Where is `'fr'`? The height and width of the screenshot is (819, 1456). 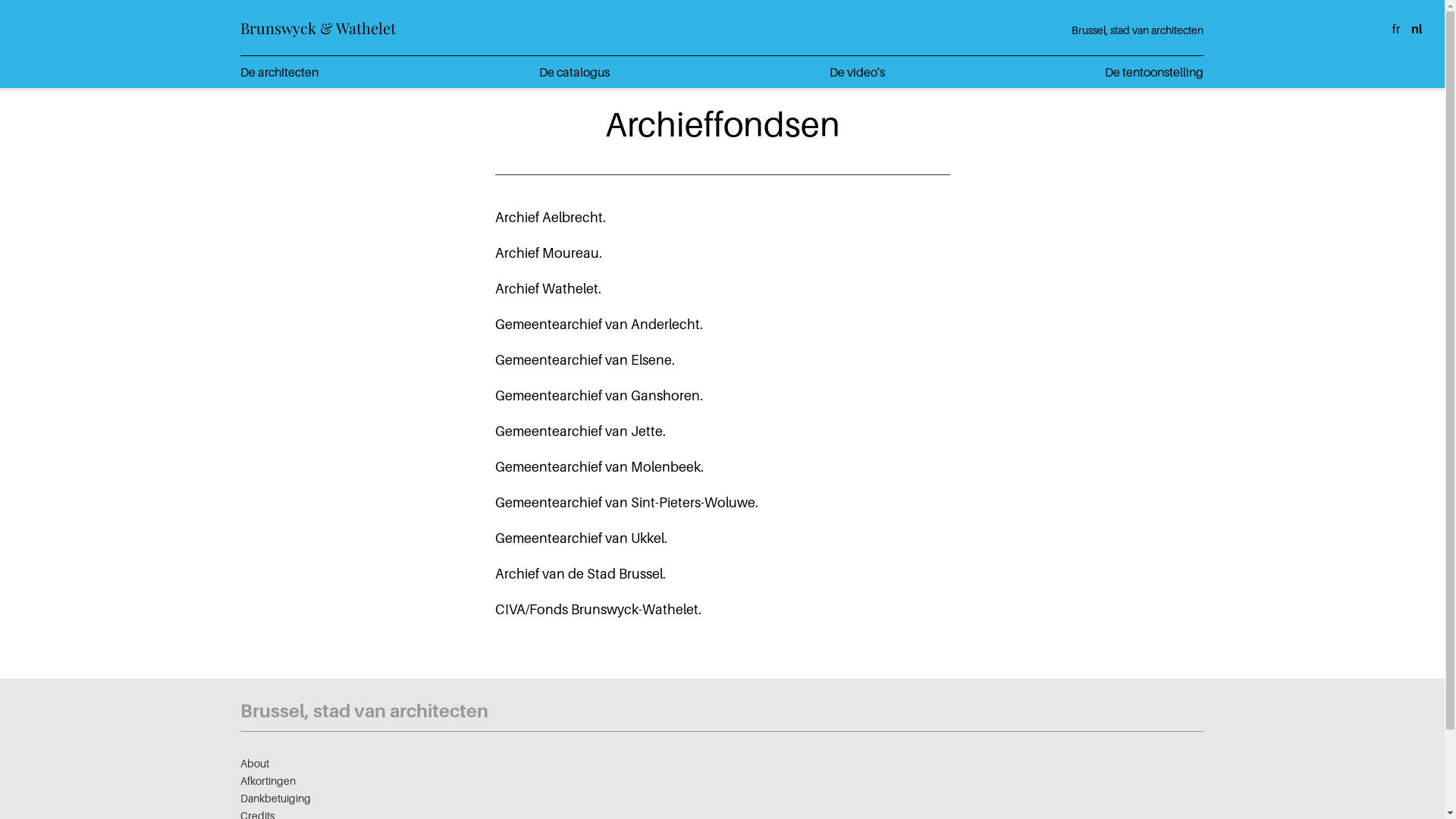 'fr' is located at coordinates (1395, 29).